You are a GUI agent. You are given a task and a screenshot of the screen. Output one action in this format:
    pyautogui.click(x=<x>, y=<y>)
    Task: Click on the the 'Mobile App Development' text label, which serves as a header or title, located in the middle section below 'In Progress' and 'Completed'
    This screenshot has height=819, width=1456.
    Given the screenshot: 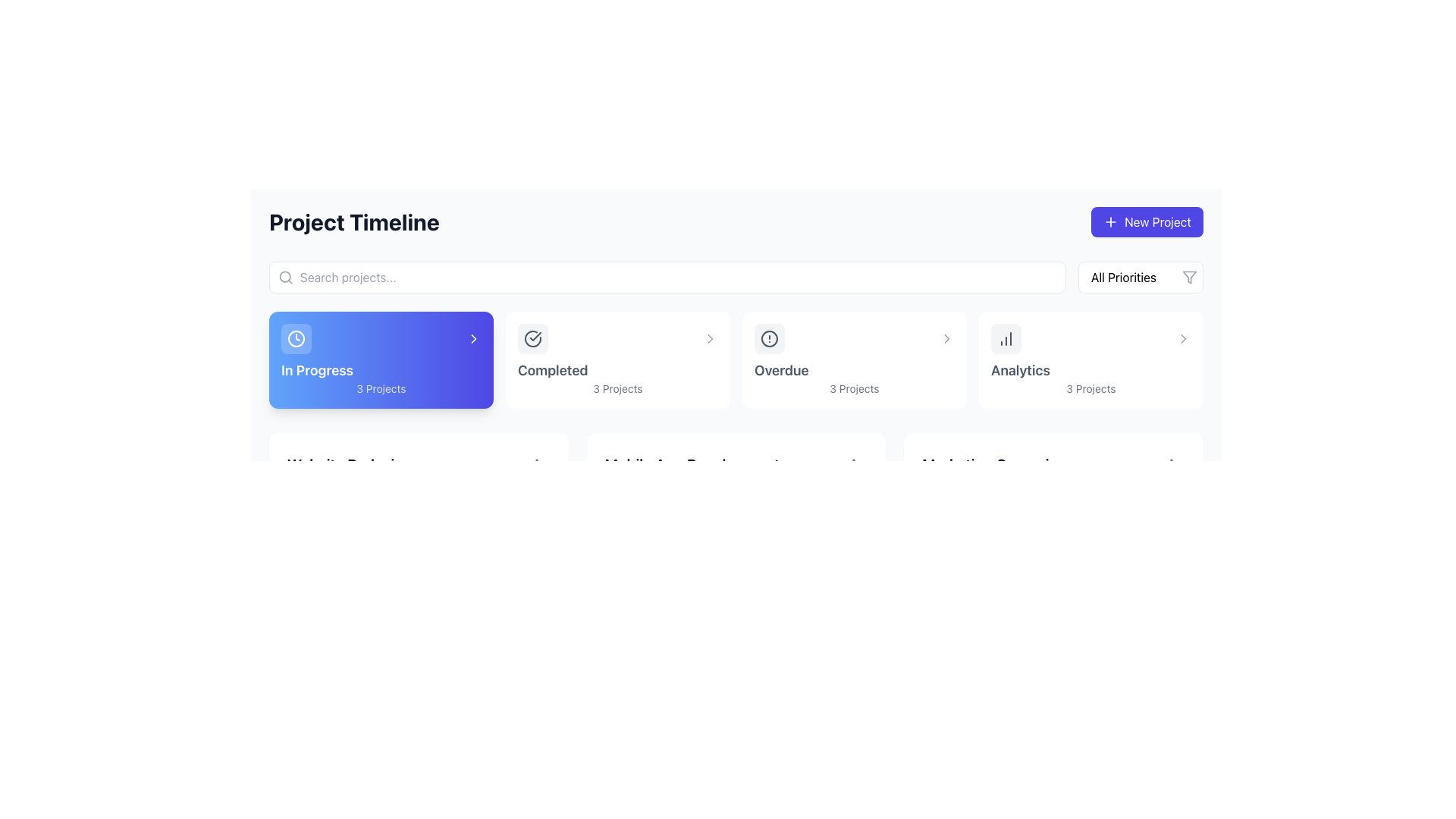 What is the action you would take?
    pyautogui.click(x=691, y=464)
    